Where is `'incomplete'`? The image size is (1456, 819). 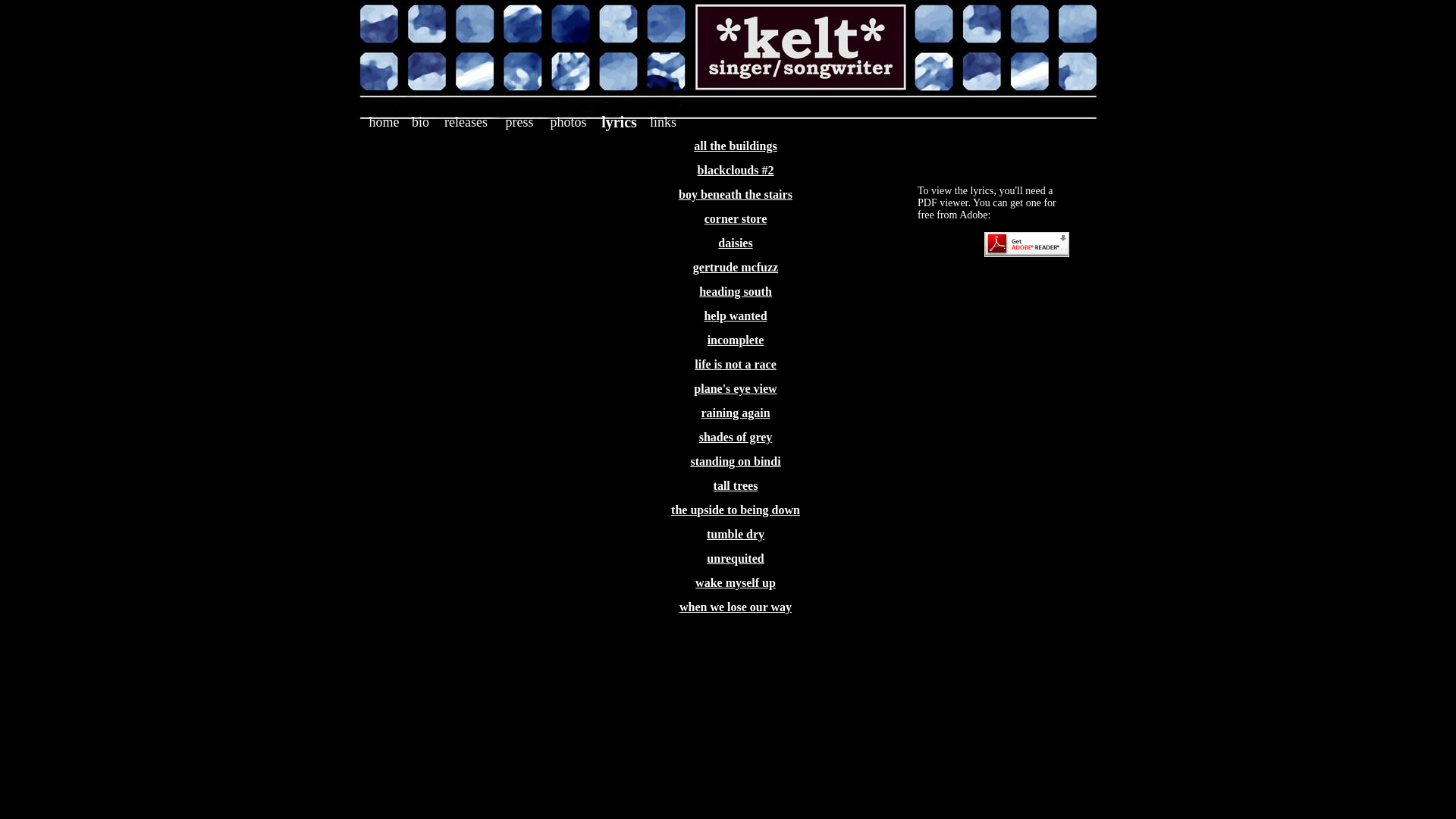 'incomplete' is located at coordinates (706, 339).